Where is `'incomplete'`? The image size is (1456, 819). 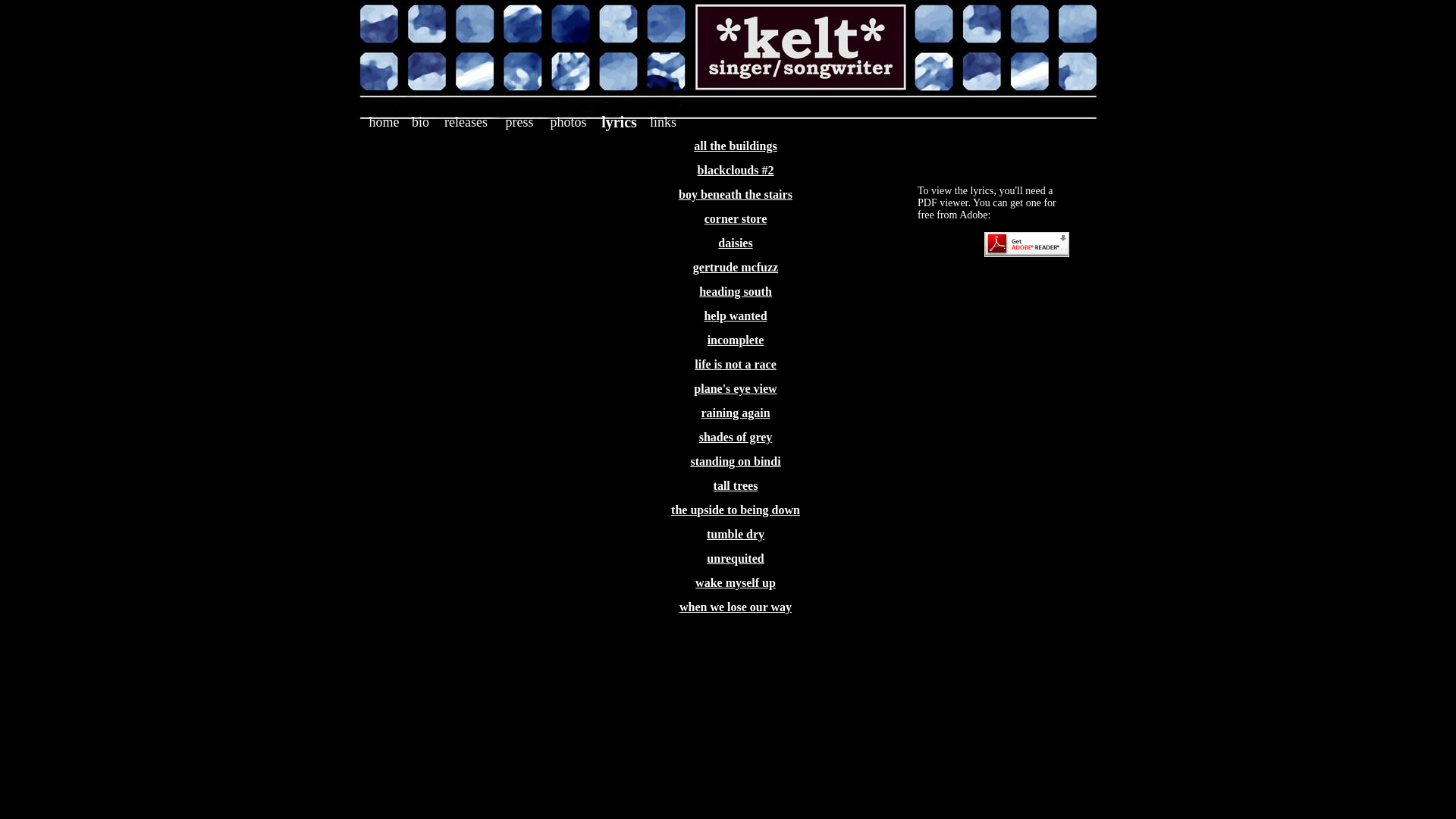 'incomplete' is located at coordinates (706, 339).